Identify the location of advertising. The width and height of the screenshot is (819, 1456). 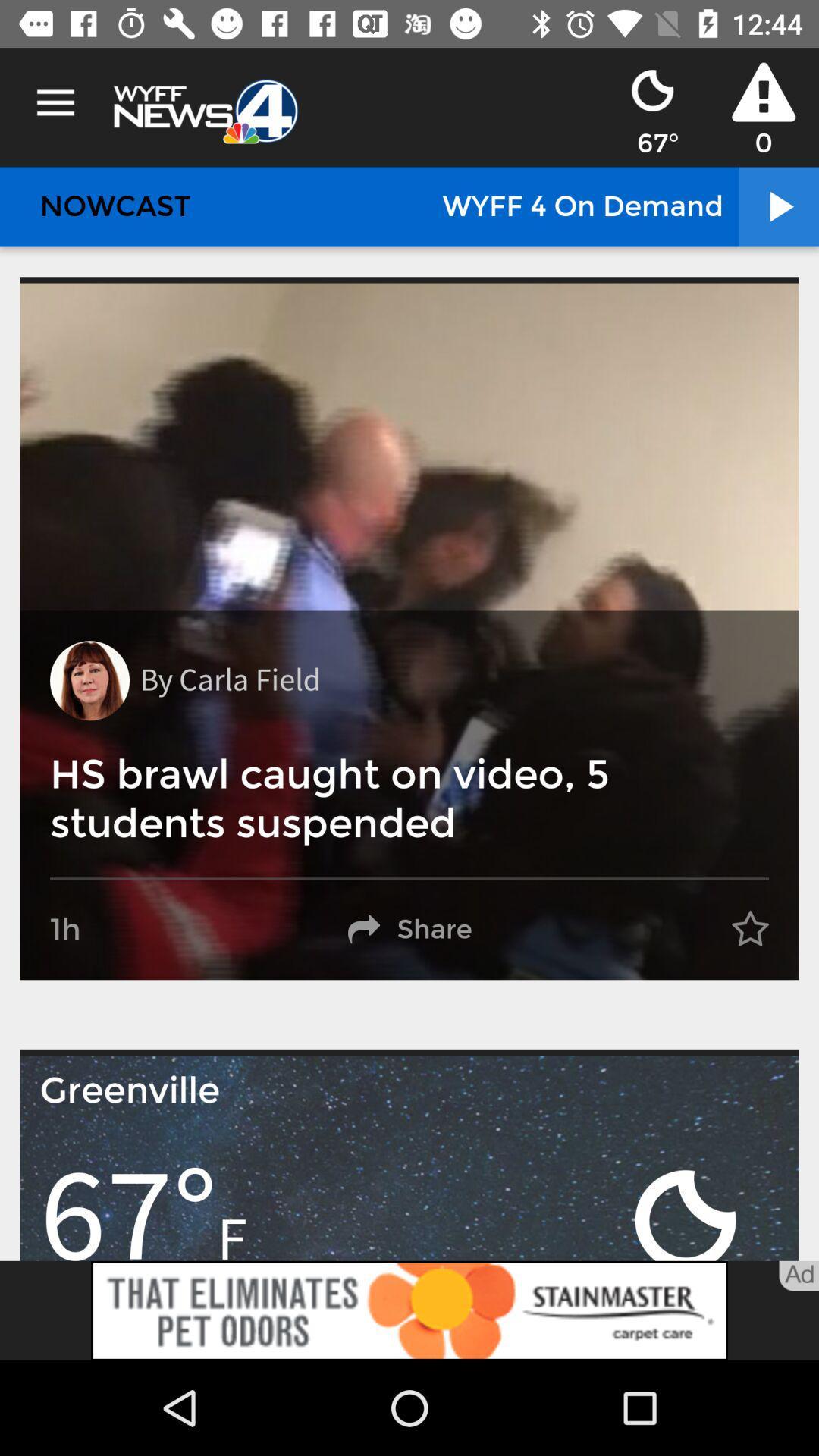
(409, 1310).